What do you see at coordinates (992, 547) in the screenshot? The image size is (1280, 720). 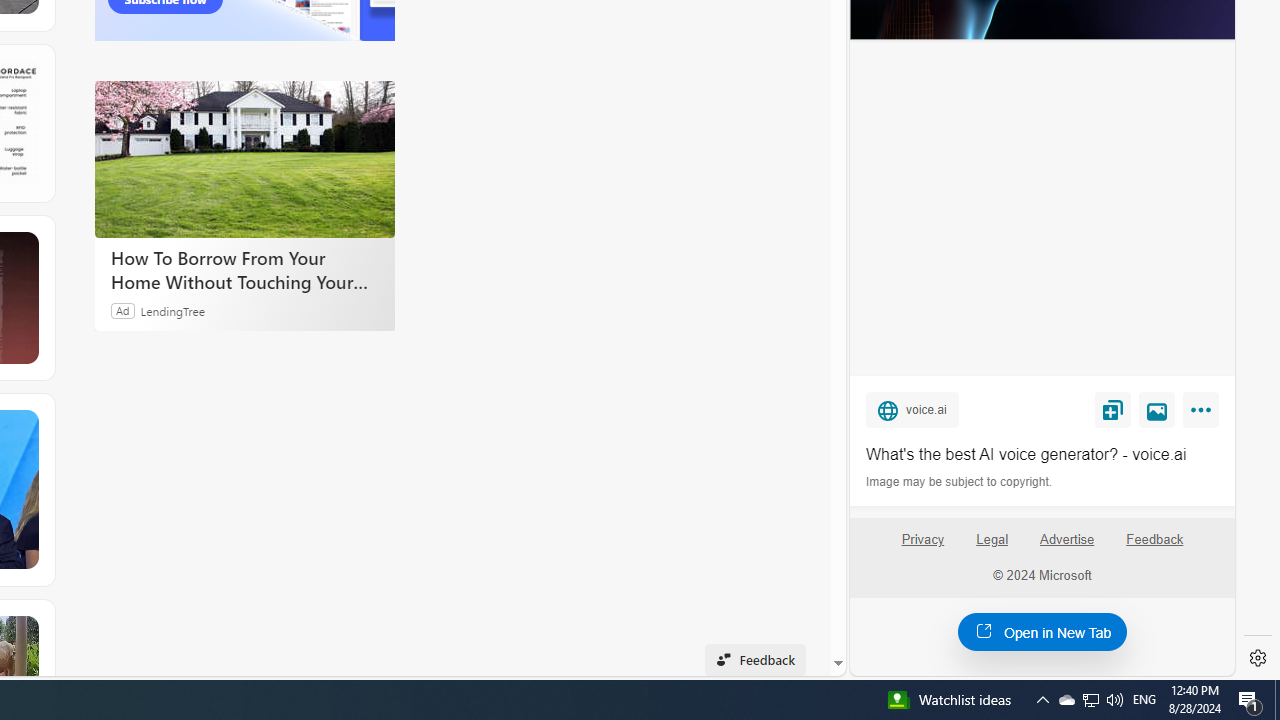 I see `'Legal'` at bounding box center [992, 547].